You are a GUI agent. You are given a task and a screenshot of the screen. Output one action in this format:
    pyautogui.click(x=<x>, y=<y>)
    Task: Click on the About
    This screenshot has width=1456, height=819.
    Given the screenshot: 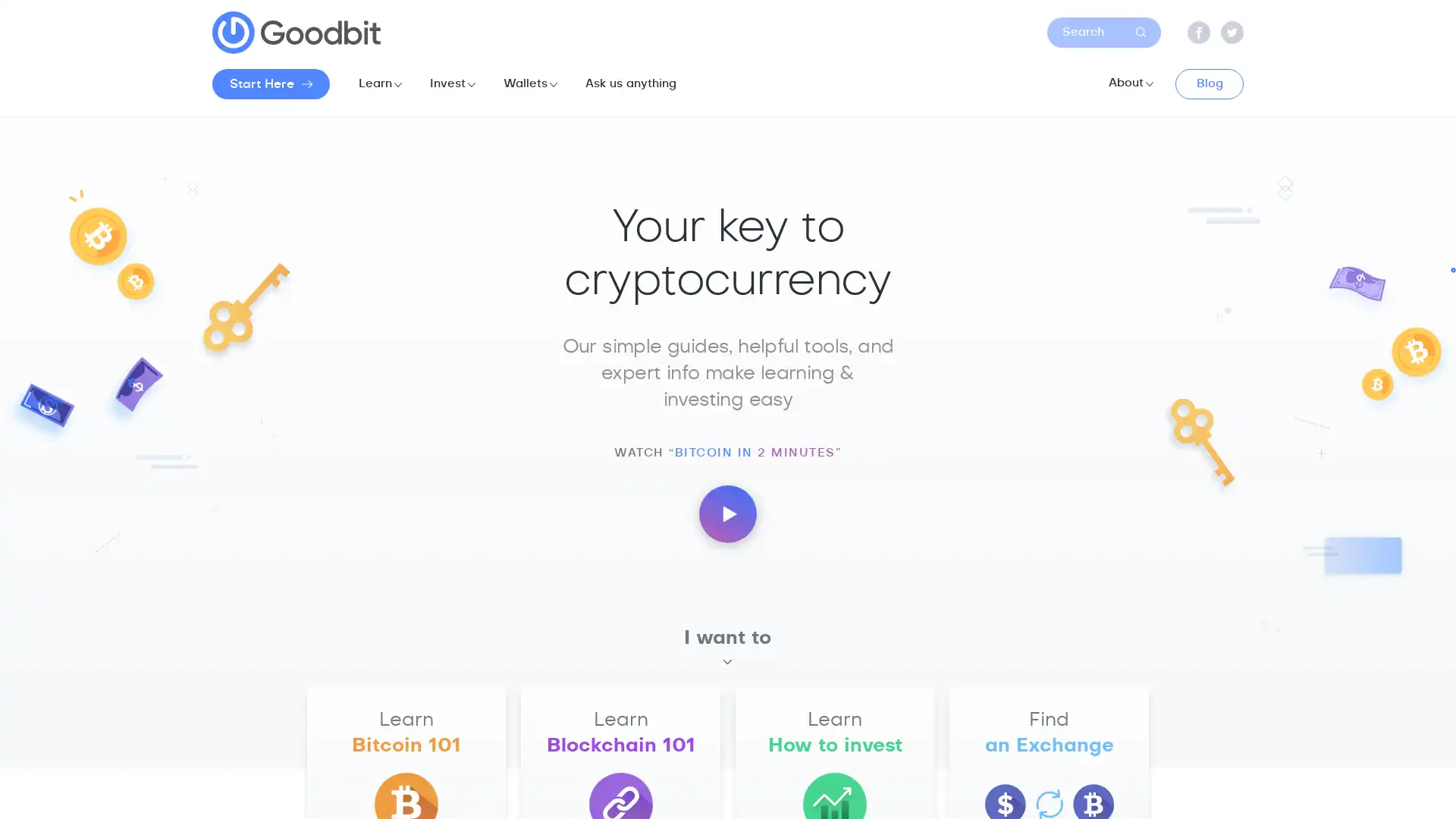 What is the action you would take?
    pyautogui.click(x=1128, y=83)
    